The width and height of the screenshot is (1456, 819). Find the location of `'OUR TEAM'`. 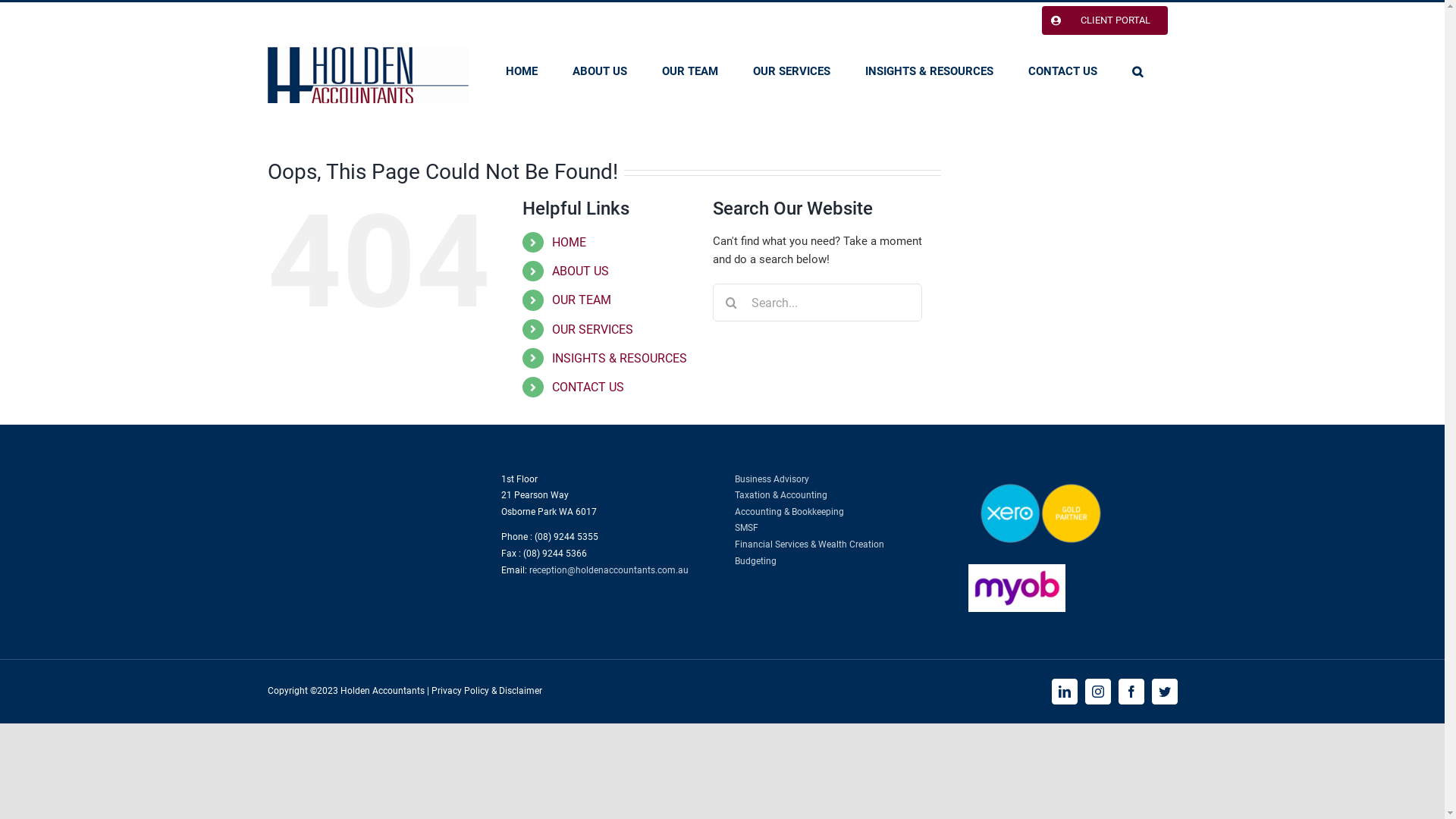

'OUR TEAM' is located at coordinates (688, 71).